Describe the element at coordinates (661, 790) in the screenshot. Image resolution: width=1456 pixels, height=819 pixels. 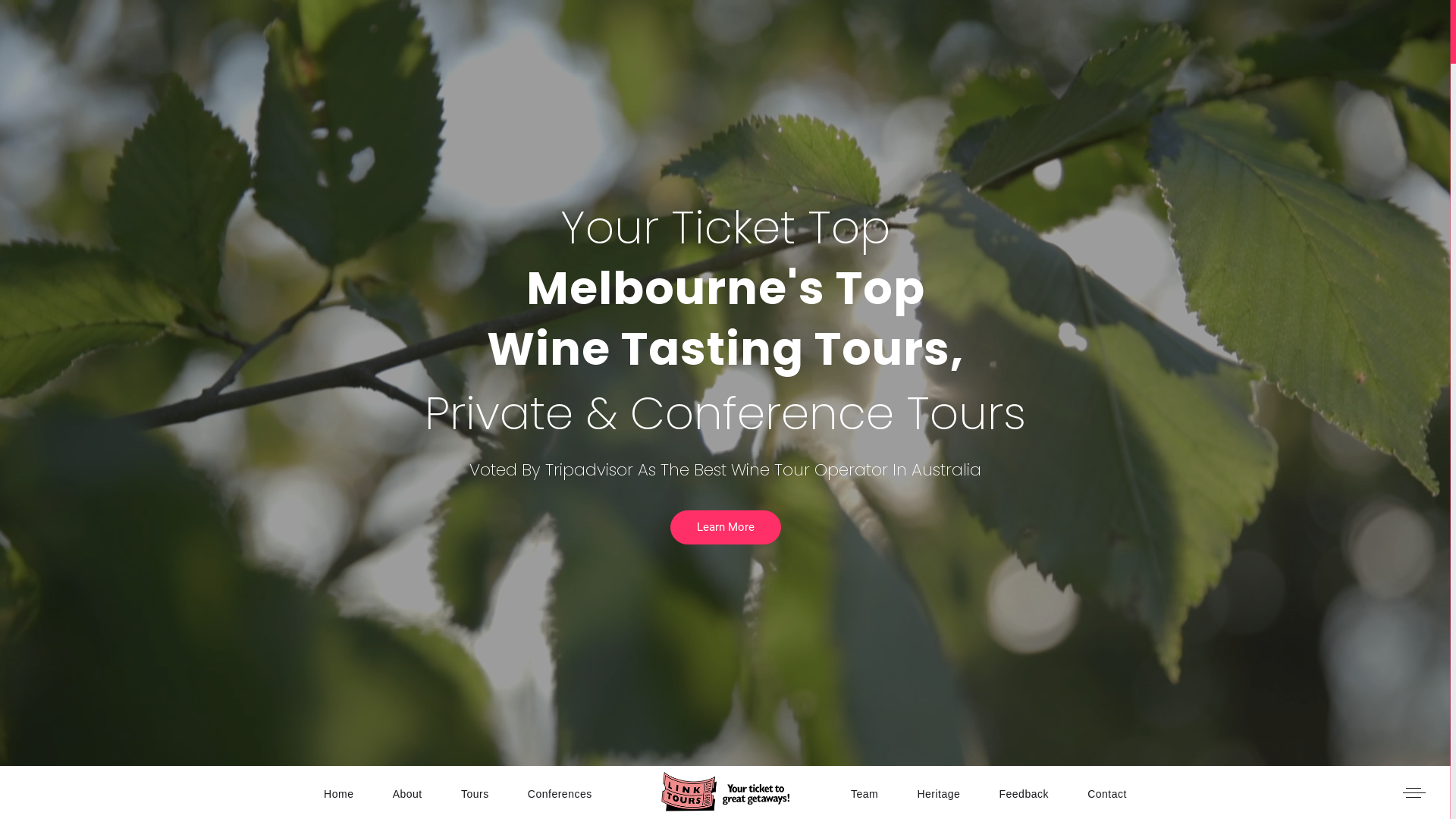
I see `'Logo'` at that location.